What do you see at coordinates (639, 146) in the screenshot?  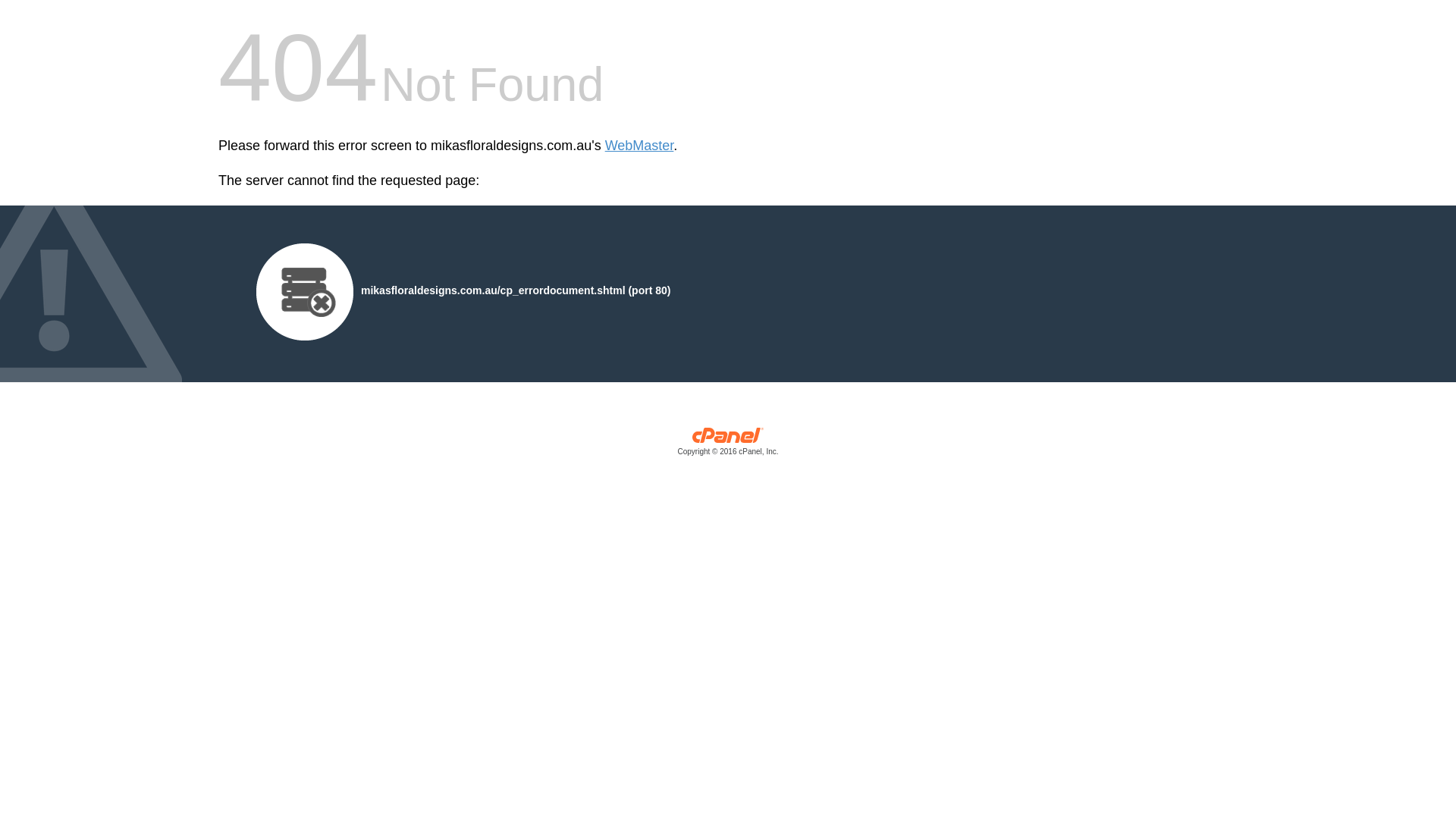 I see `'WebMaster'` at bounding box center [639, 146].